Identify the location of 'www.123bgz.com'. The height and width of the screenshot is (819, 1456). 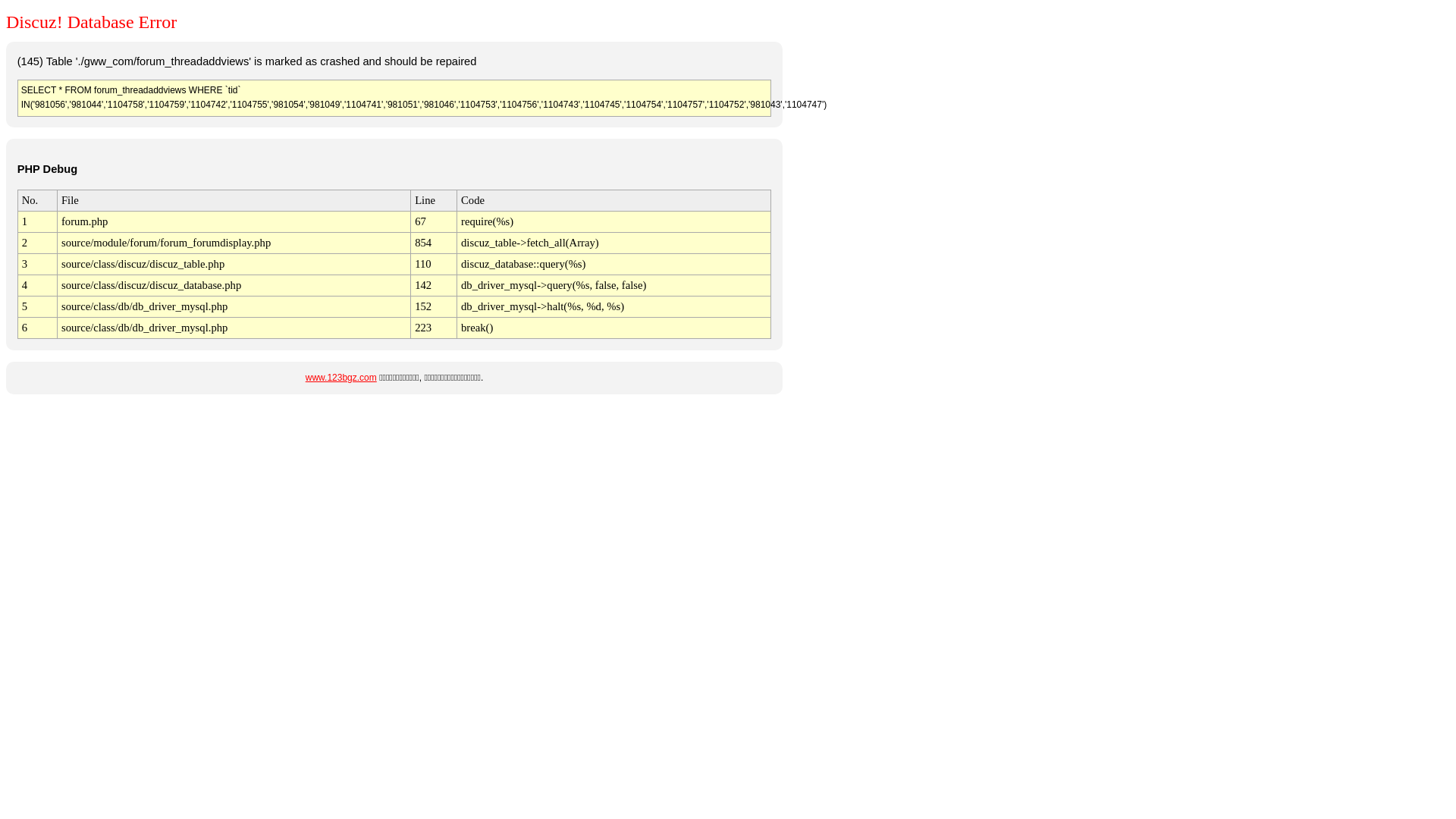
(340, 376).